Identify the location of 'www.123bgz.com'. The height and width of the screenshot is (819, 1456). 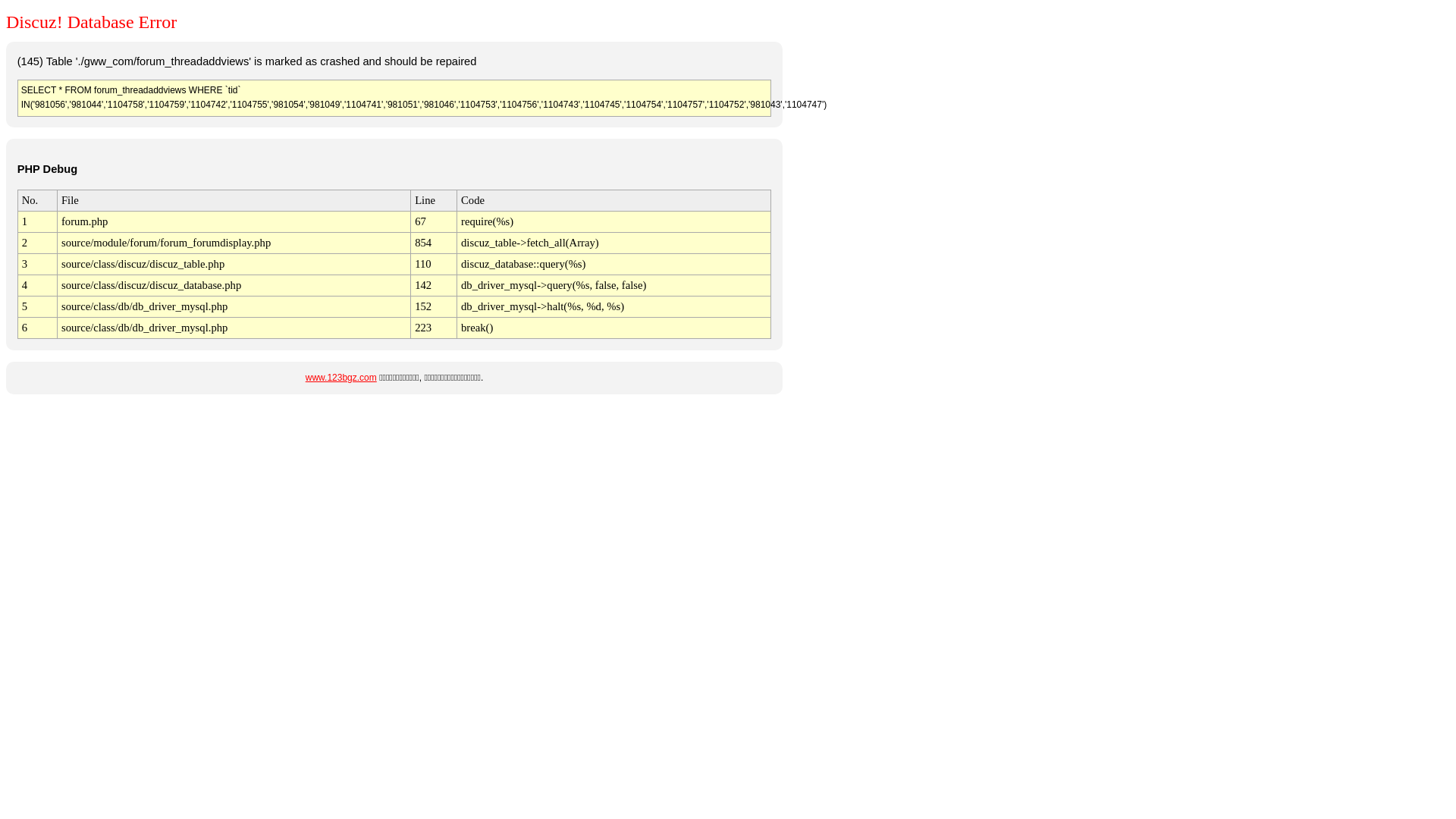
(340, 376).